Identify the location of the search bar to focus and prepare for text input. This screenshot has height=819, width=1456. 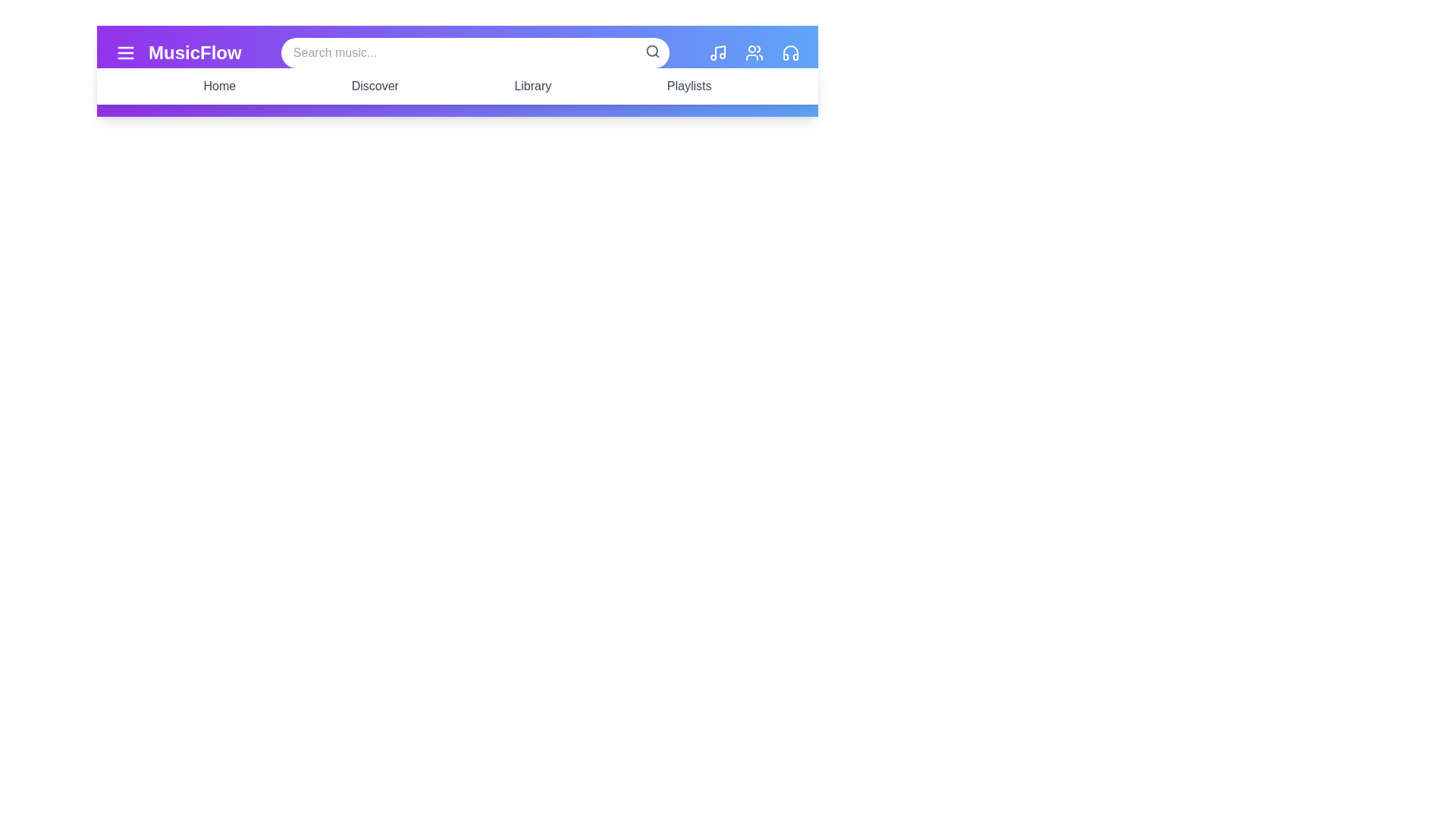
(474, 52).